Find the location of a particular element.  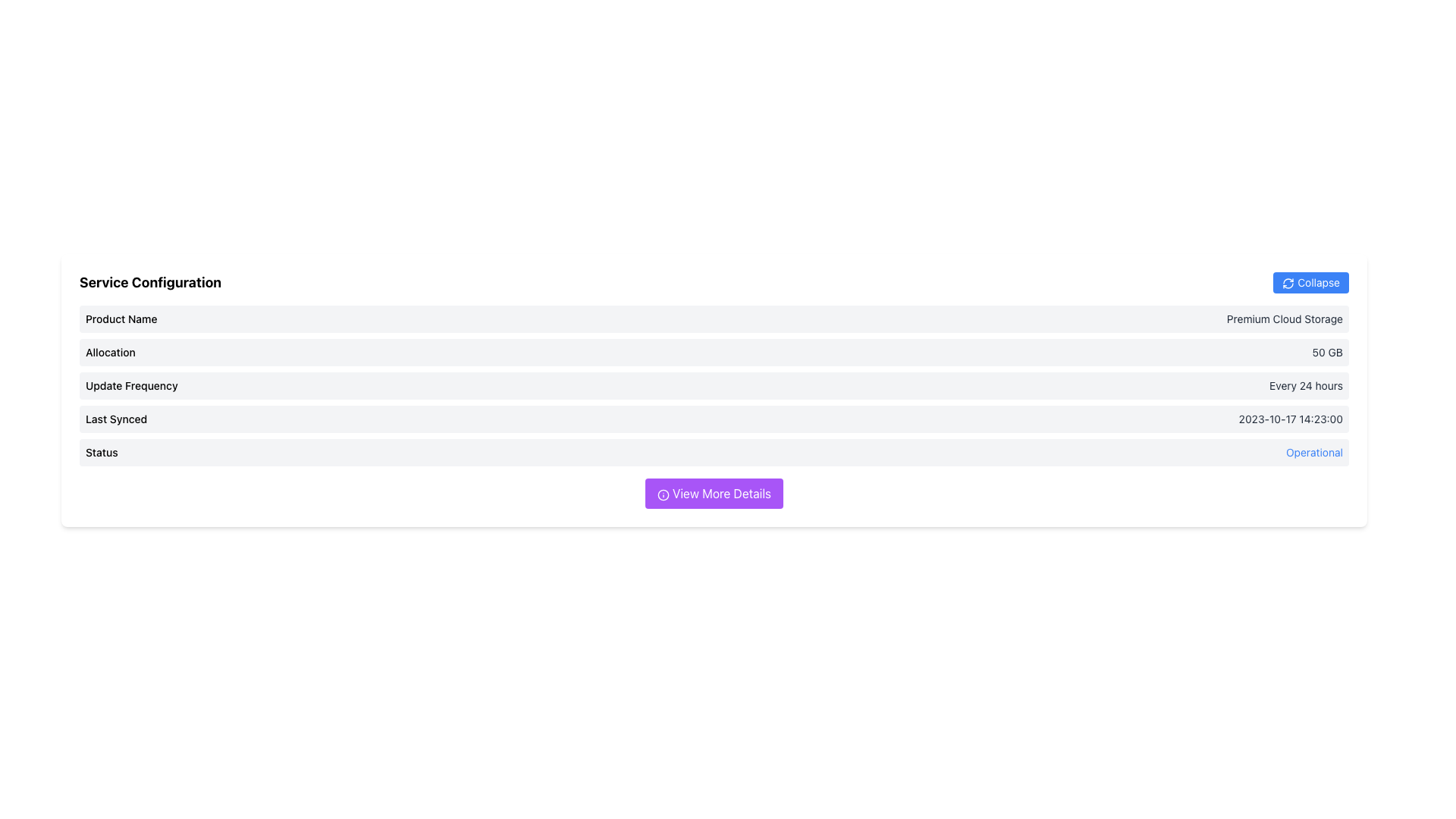

the text element displaying 'Product Name', which is located at the top left of a section with a light gray background and rounded corners is located at coordinates (121, 318).